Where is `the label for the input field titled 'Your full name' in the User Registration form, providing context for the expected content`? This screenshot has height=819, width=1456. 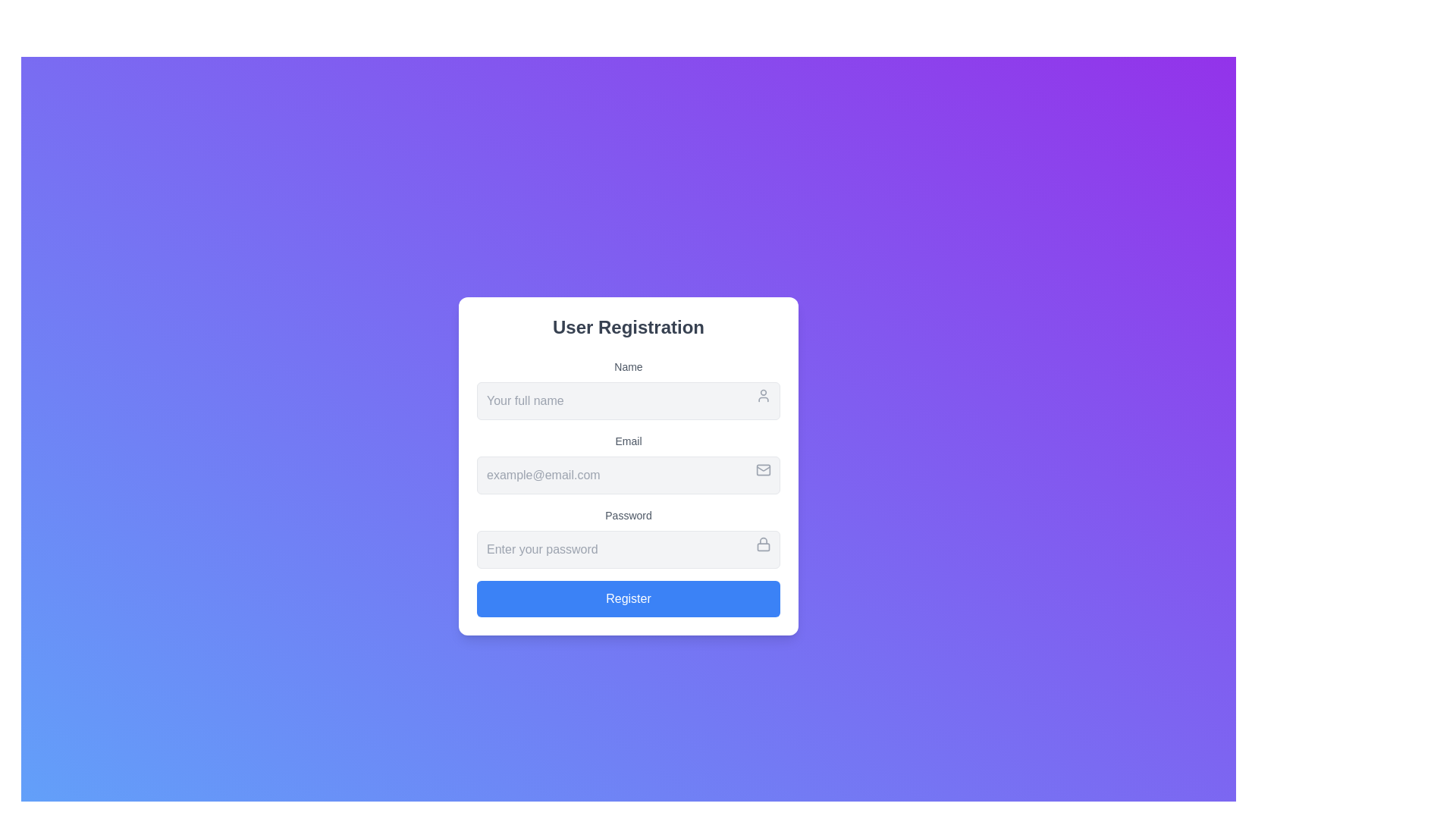
the label for the input field titled 'Your full name' in the User Registration form, providing context for the expected content is located at coordinates (629, 366).